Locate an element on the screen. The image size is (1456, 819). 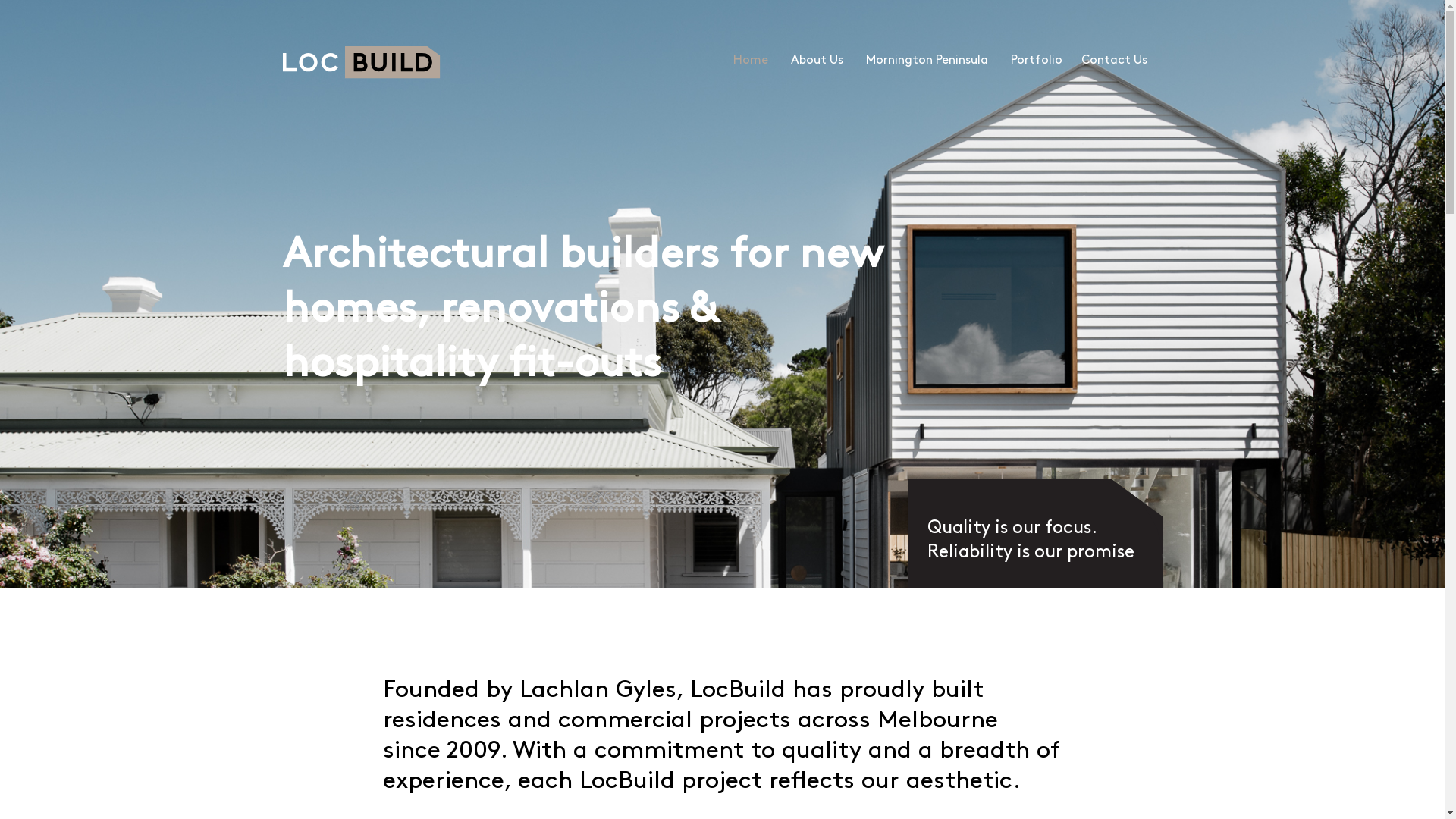
'Home' is located at coordinates (750, 60).